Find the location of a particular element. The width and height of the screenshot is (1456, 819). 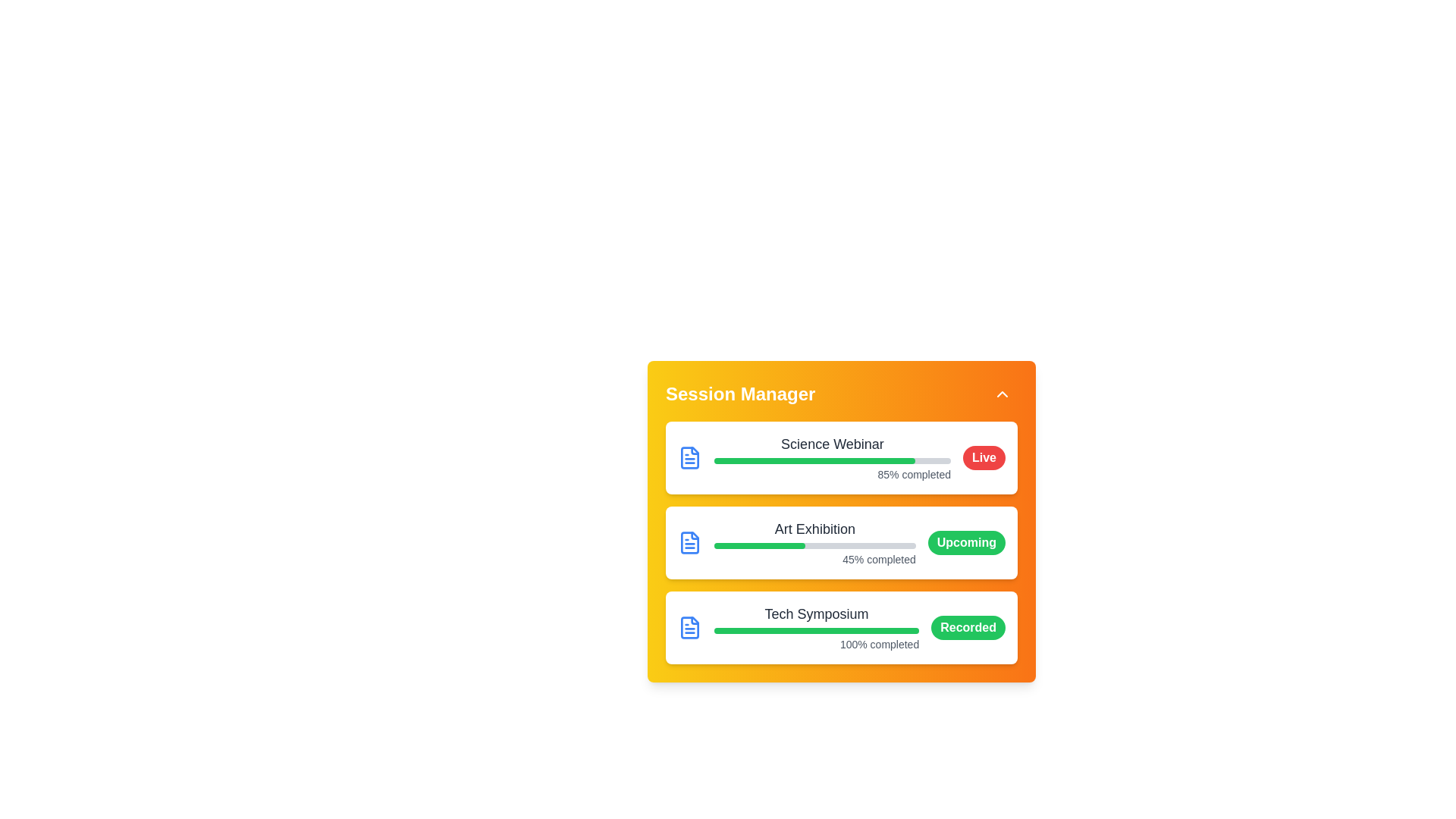

the 85%-filled green progress bar representing the completion status of the 'Science Webinar' event, located near the top of the 'Session Manager' panel is located at coordinates (814, 460).